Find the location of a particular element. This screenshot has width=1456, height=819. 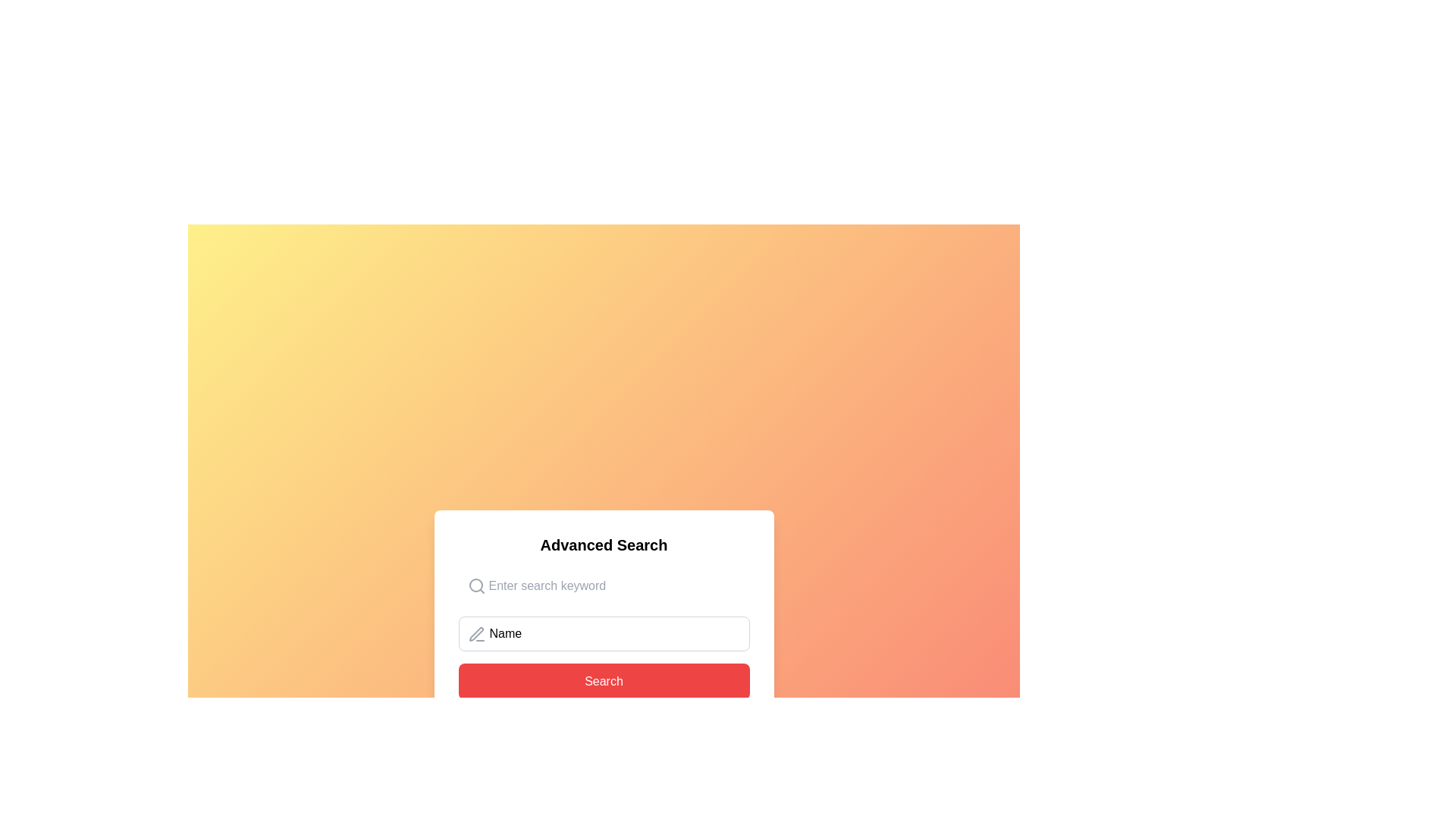

the interactive label or input field labeled 'Name' is located at coordinates (603, 634).